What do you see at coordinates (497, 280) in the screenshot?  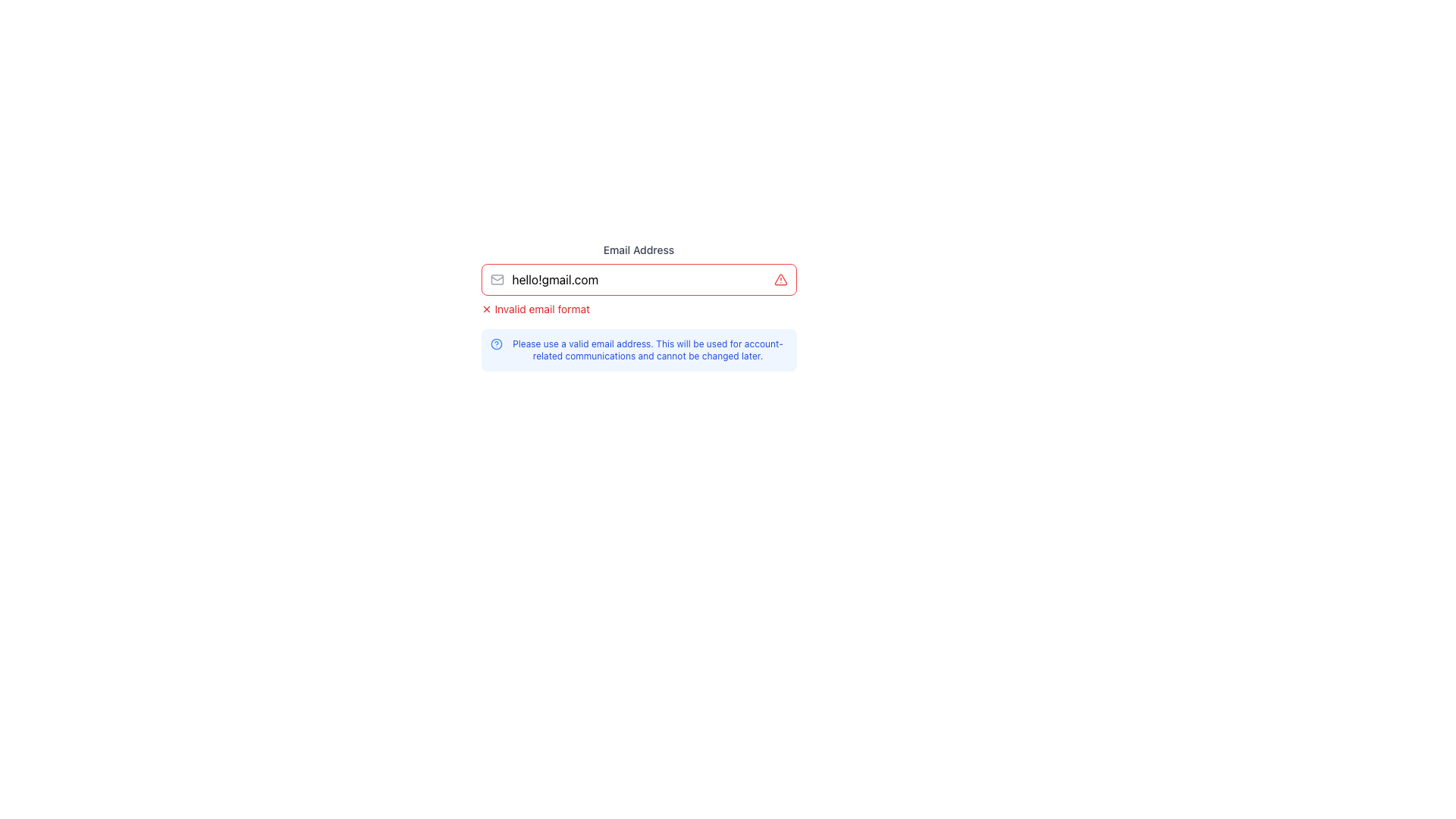 I see `the email icon located on the left edge of the email input box, visually indicating the intended input for an email address` at bounding box center [497, 280].